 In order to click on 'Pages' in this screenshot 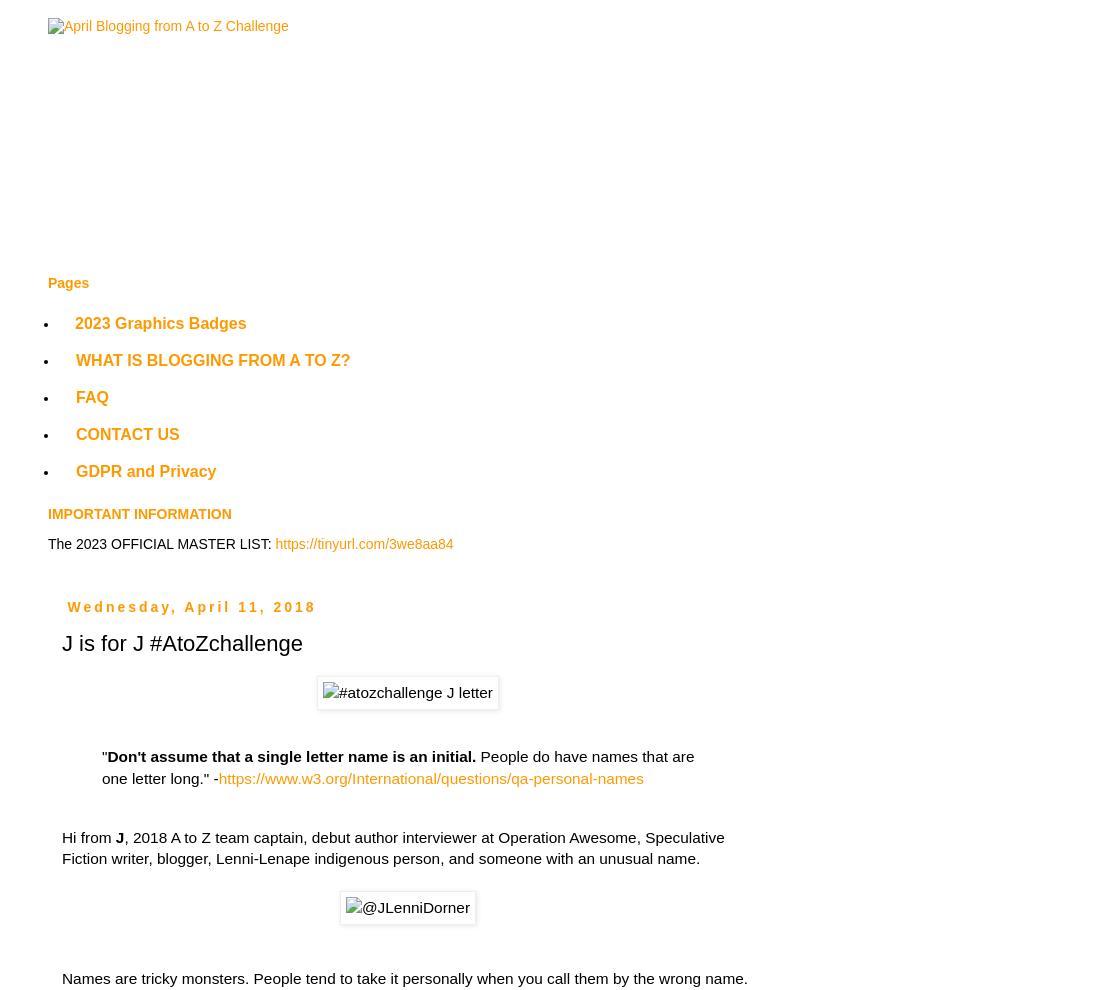, I will do `click(67, 283)`.